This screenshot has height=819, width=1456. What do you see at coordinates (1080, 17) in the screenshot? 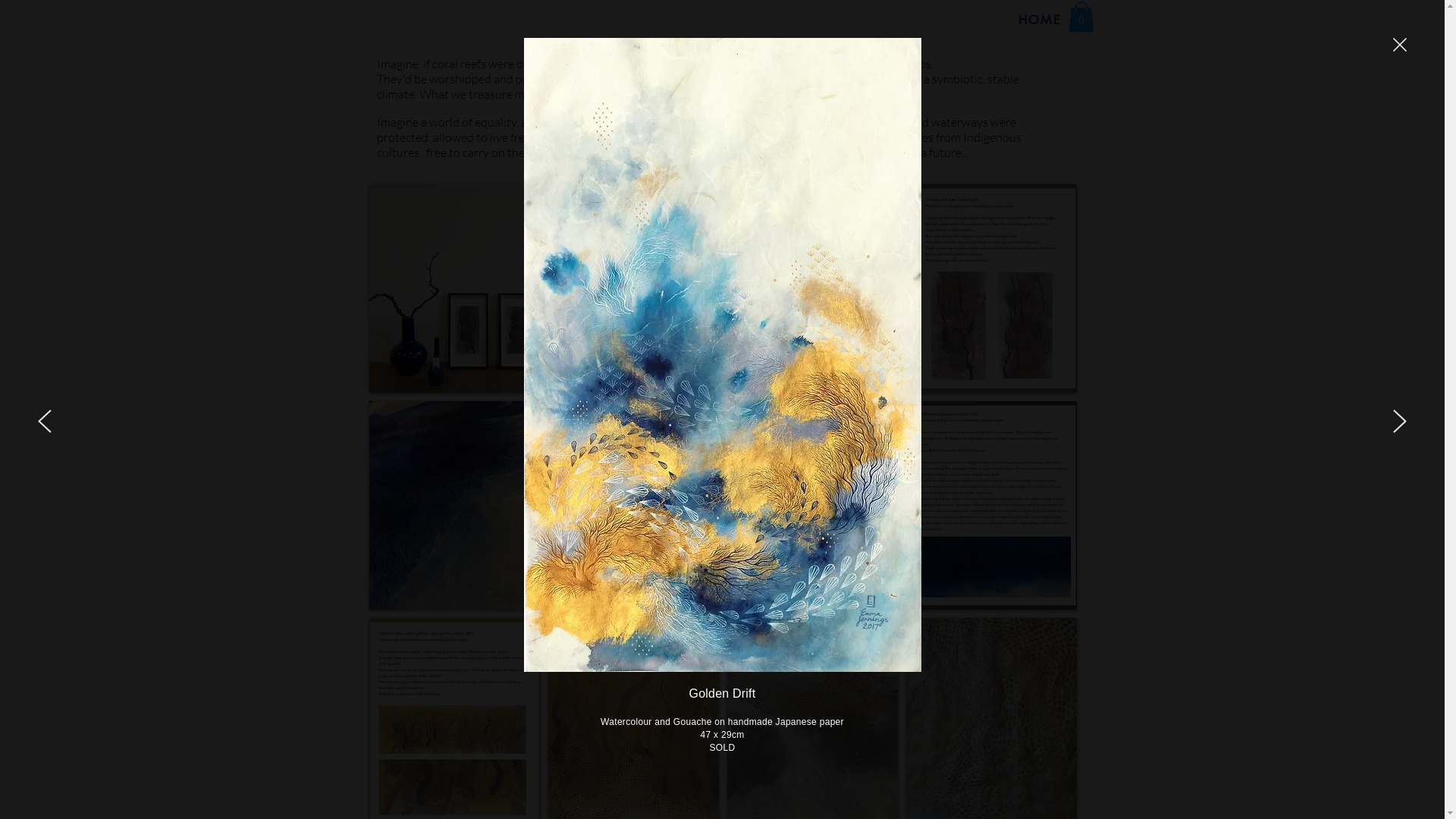
I see `'0'` at bounding box center [1080, 17].